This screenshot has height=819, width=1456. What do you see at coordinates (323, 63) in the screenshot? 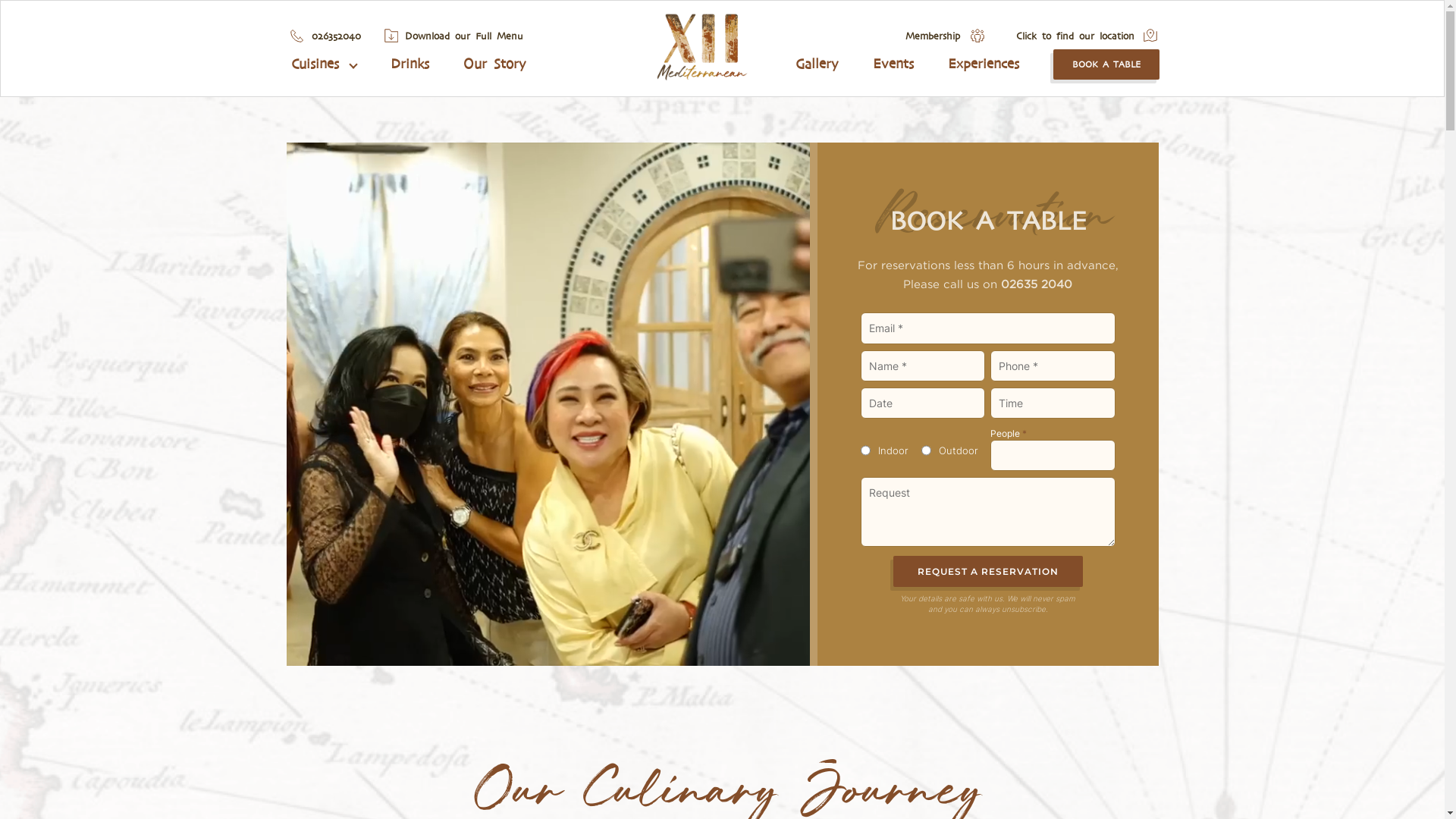
I see `'Cuisines'` at bounding box center [323, 63].